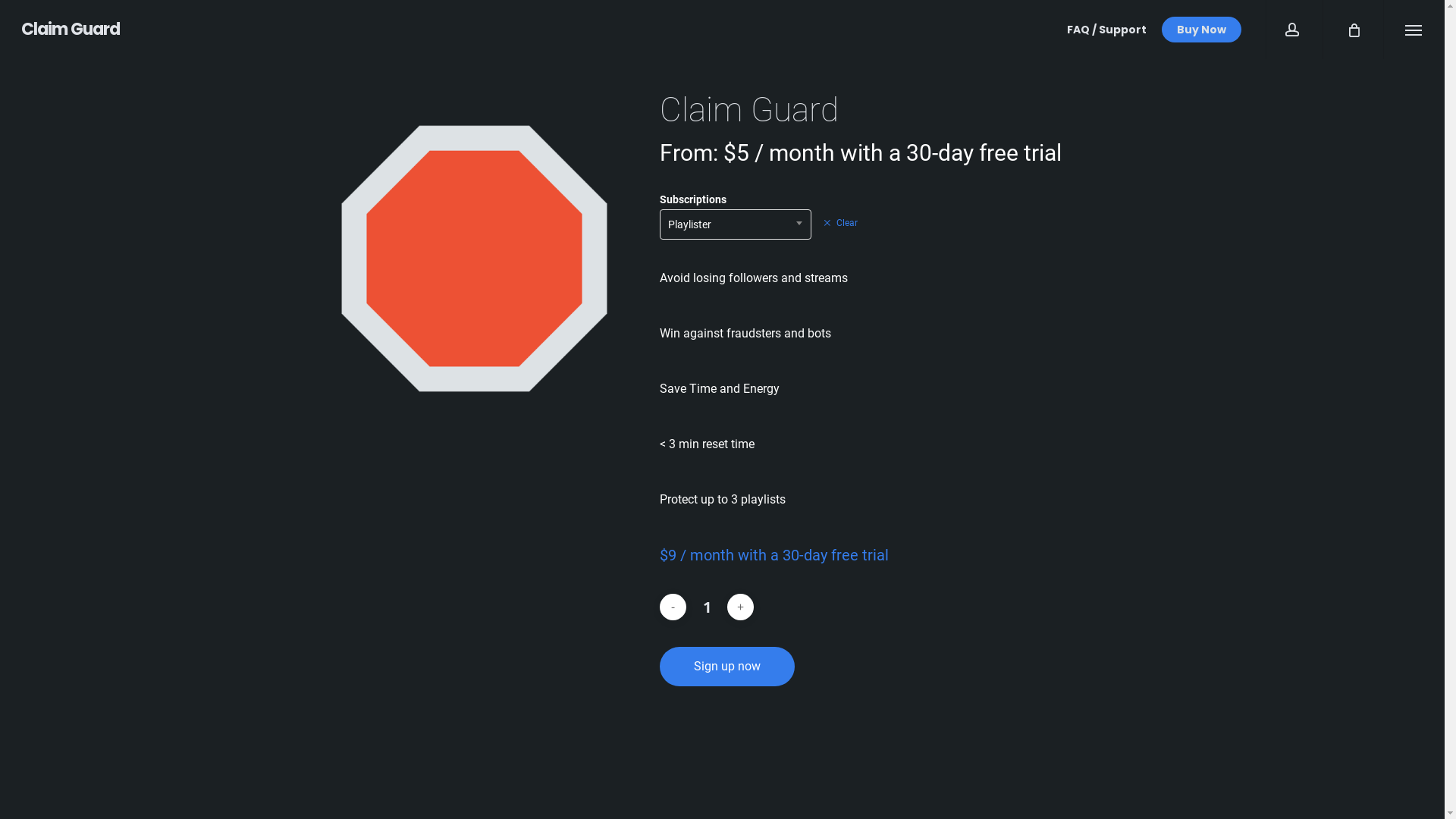 The image size is (1456, 819). Describe the element at coordinates (839, 222) in the screenshot. I see `'Clear'` at that location.